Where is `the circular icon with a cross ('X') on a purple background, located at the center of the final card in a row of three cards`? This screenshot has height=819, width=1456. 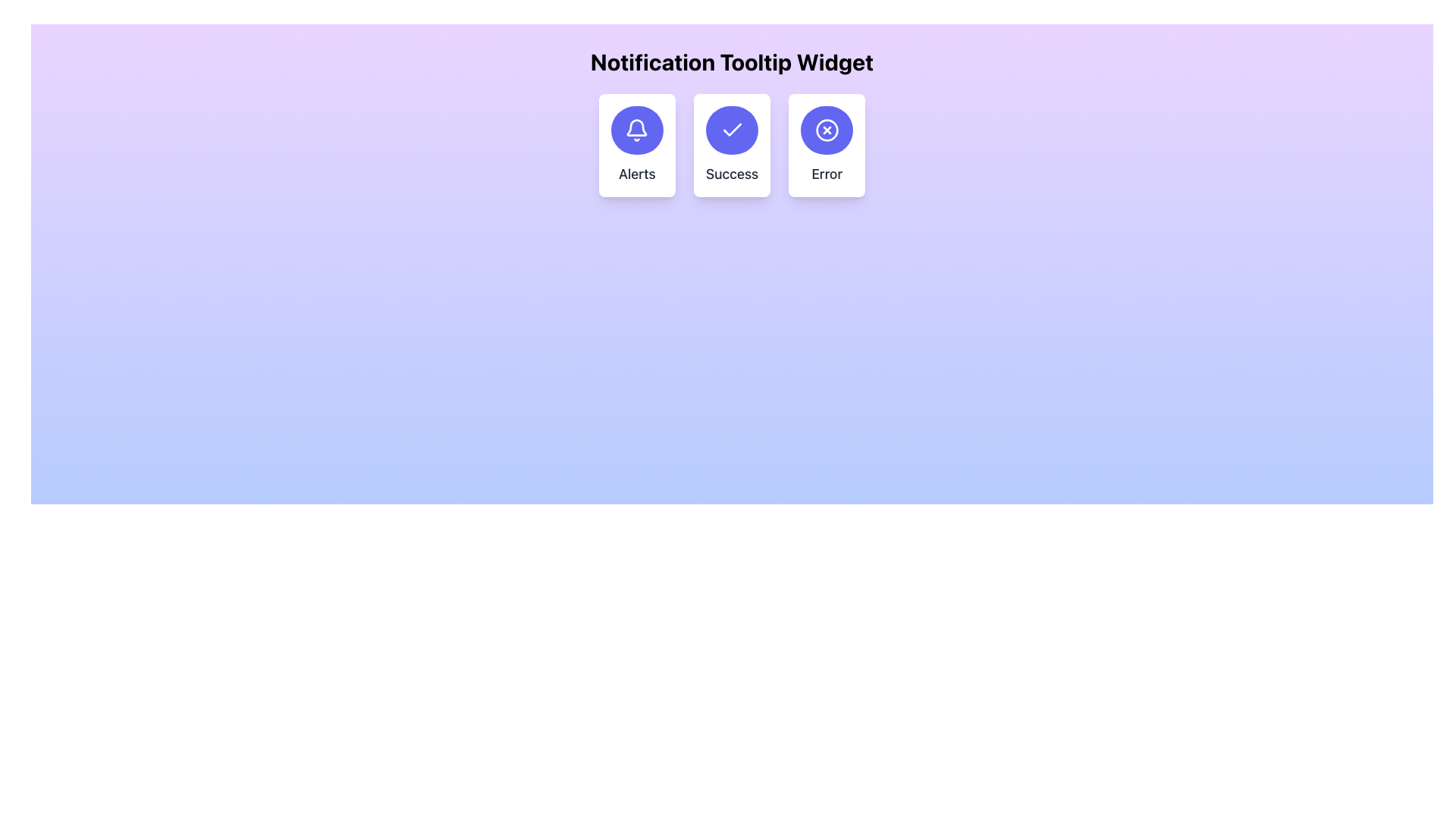
the circular icon with a cross ('X') on a purple background, located at the center of the final card in a row of three cards is located at coordinates (825, 130).